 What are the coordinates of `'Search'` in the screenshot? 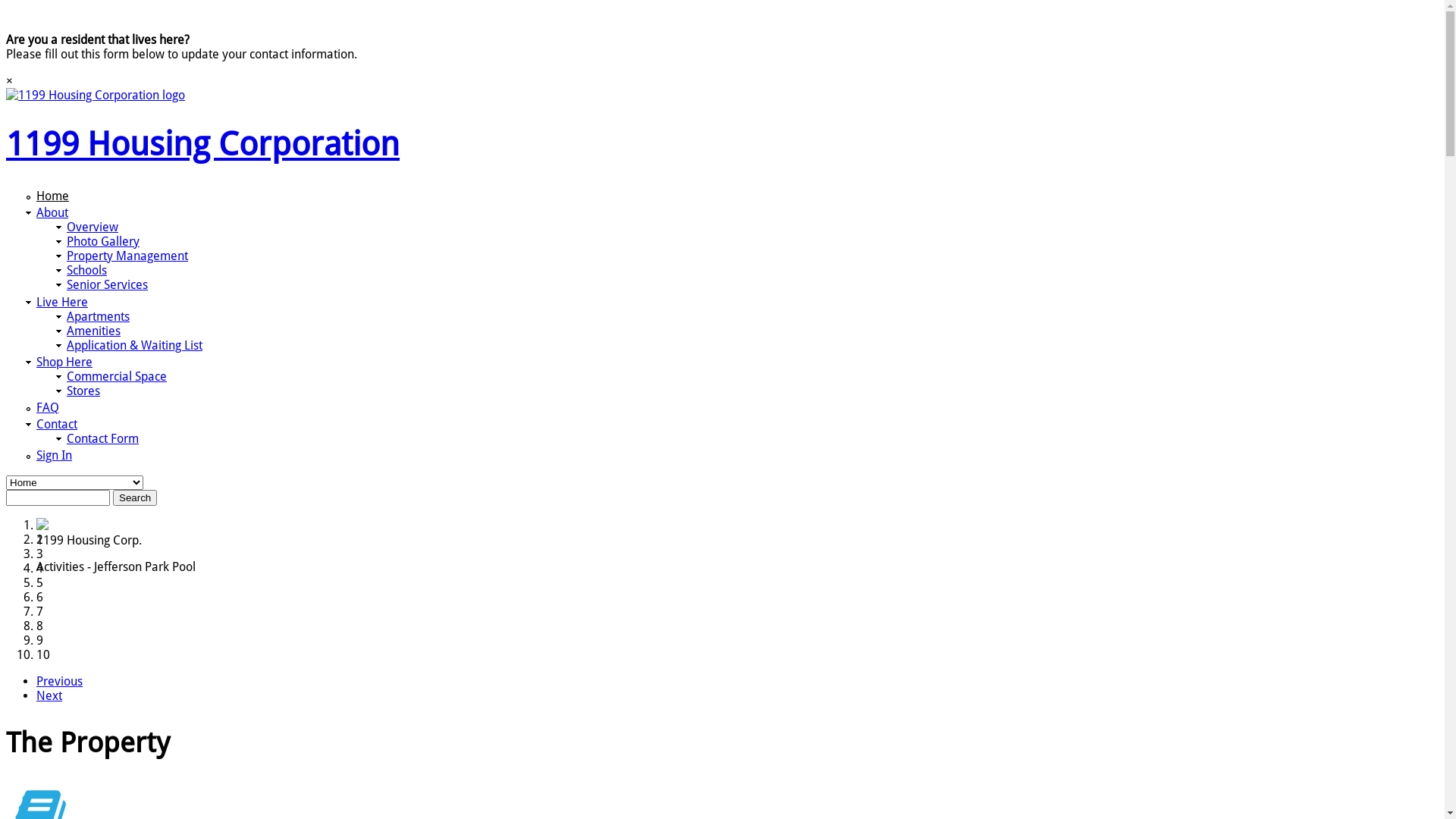 It's located at (134, 497).